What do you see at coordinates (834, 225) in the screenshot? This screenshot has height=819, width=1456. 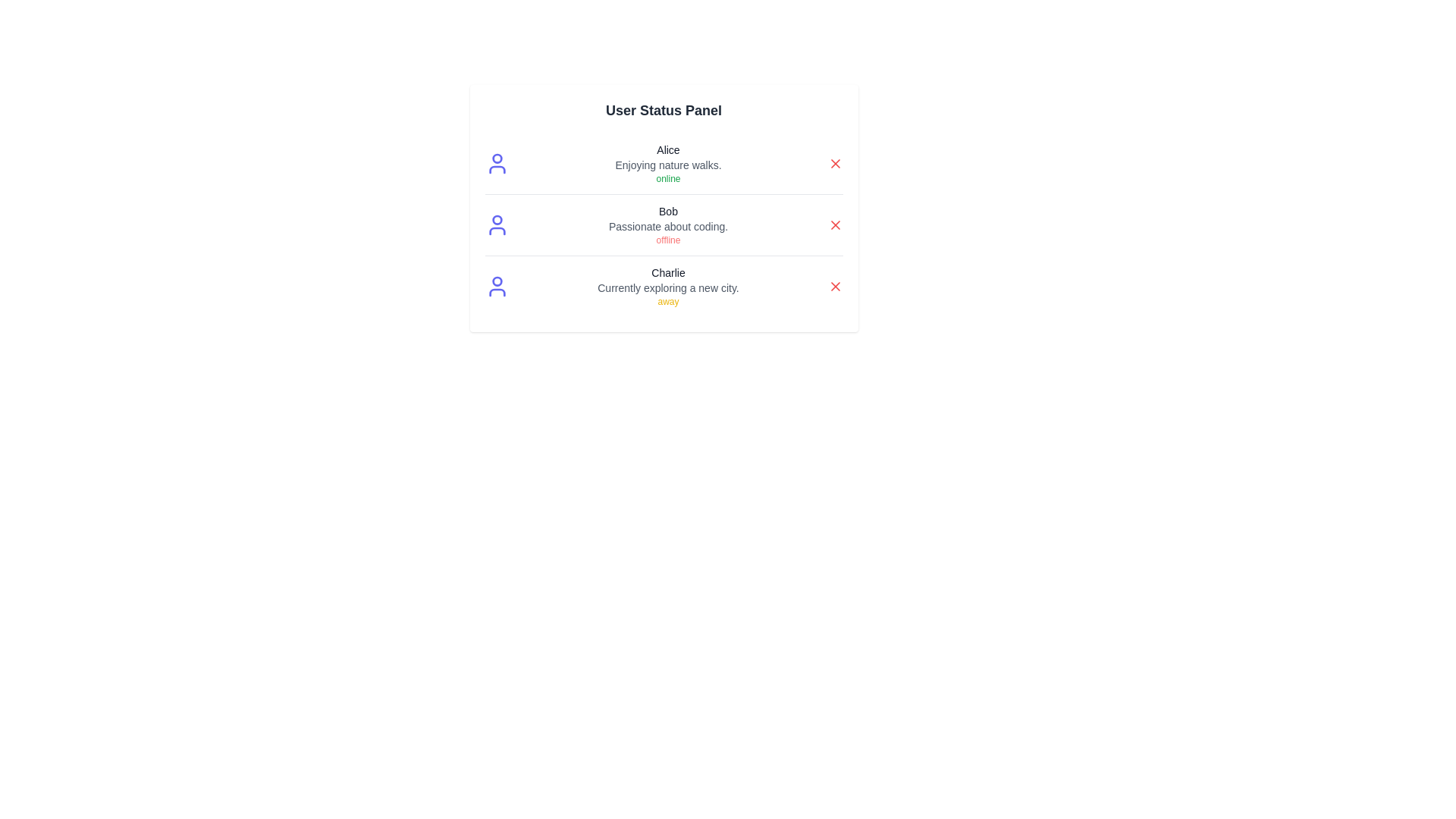 I see `the red 'X' button located on the far-right side of the row labeled 'Bob', which indicates an offline status` at bounding box center [834, 225].